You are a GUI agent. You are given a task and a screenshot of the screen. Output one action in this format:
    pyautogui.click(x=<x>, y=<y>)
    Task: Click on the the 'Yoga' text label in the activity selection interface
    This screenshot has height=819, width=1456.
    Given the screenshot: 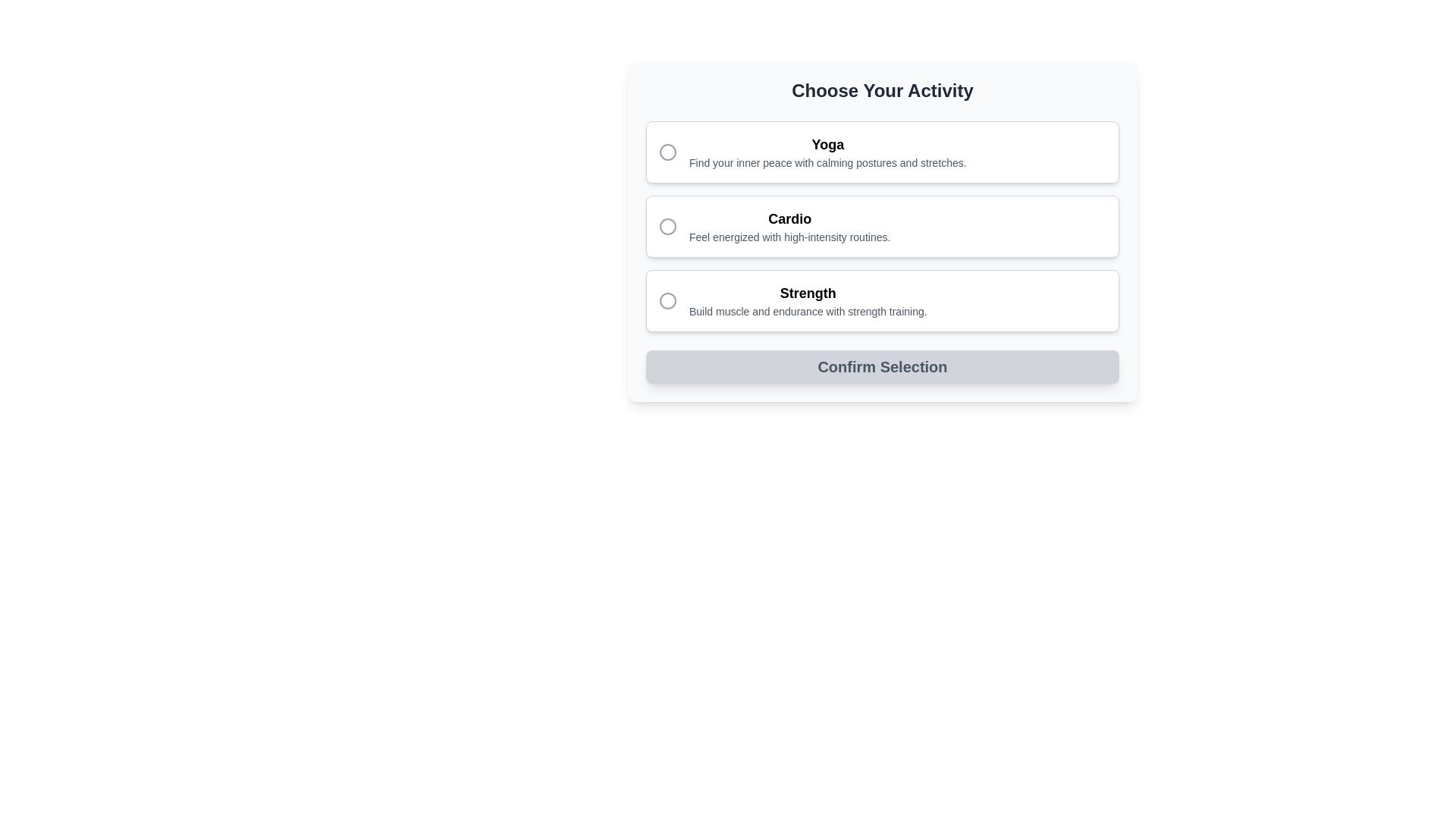 What is the action you would take?
    pyautogui.click(x=827, y=145)
    